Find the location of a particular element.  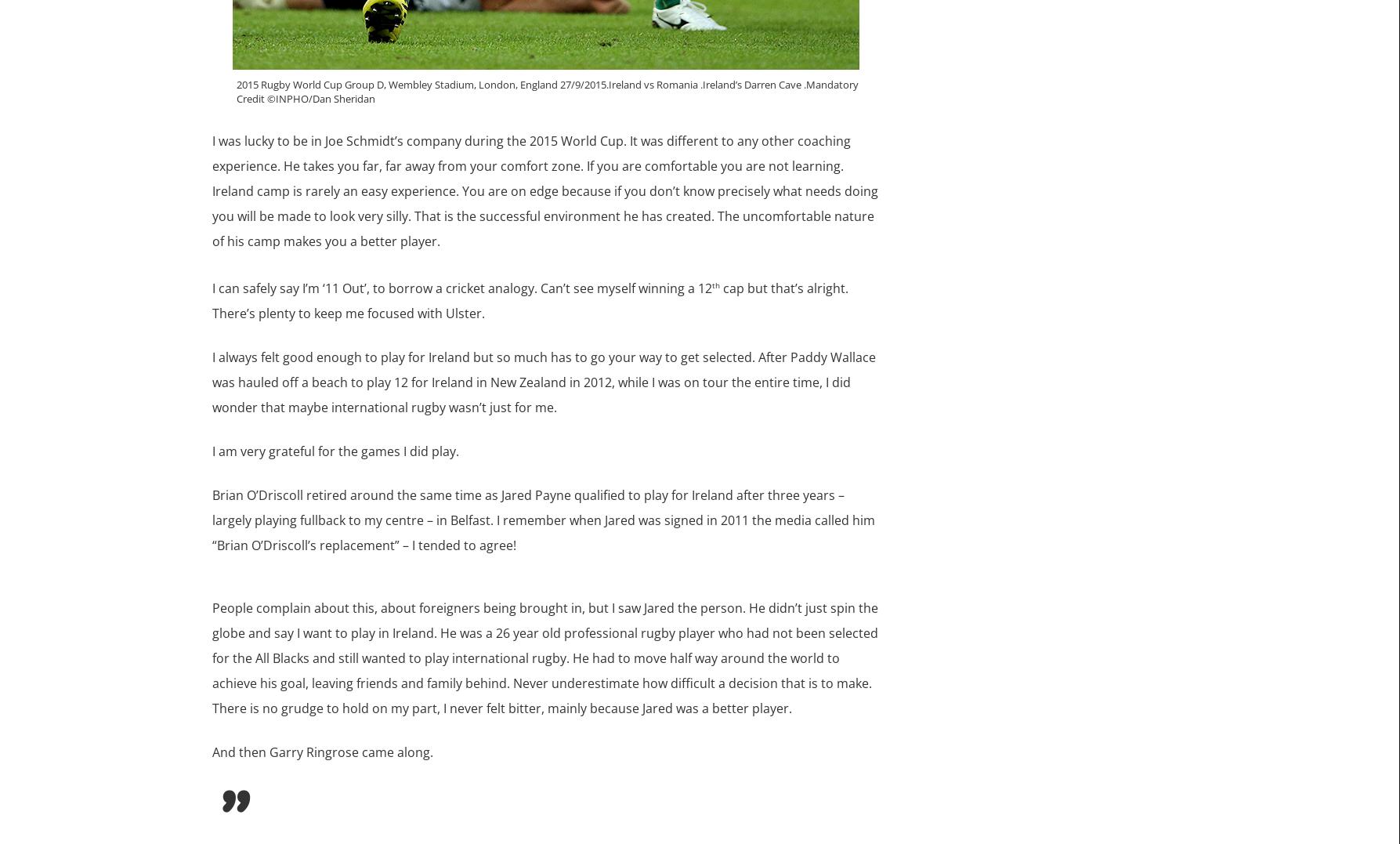

'I can safely say I’m ‘11 Out’, to borrow a cricket analogy. Can’t see myself winning a 12' is located at coordinates (460, 288).